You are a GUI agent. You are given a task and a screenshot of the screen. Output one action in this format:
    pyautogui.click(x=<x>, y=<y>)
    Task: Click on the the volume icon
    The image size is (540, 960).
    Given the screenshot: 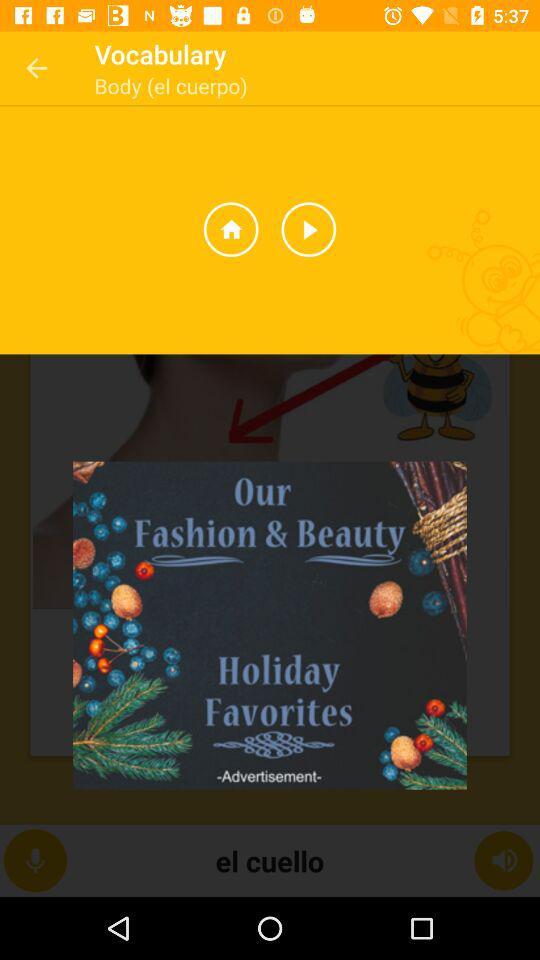 What is the action you would take?
    pyautogui.click(x=503, y=859)
    